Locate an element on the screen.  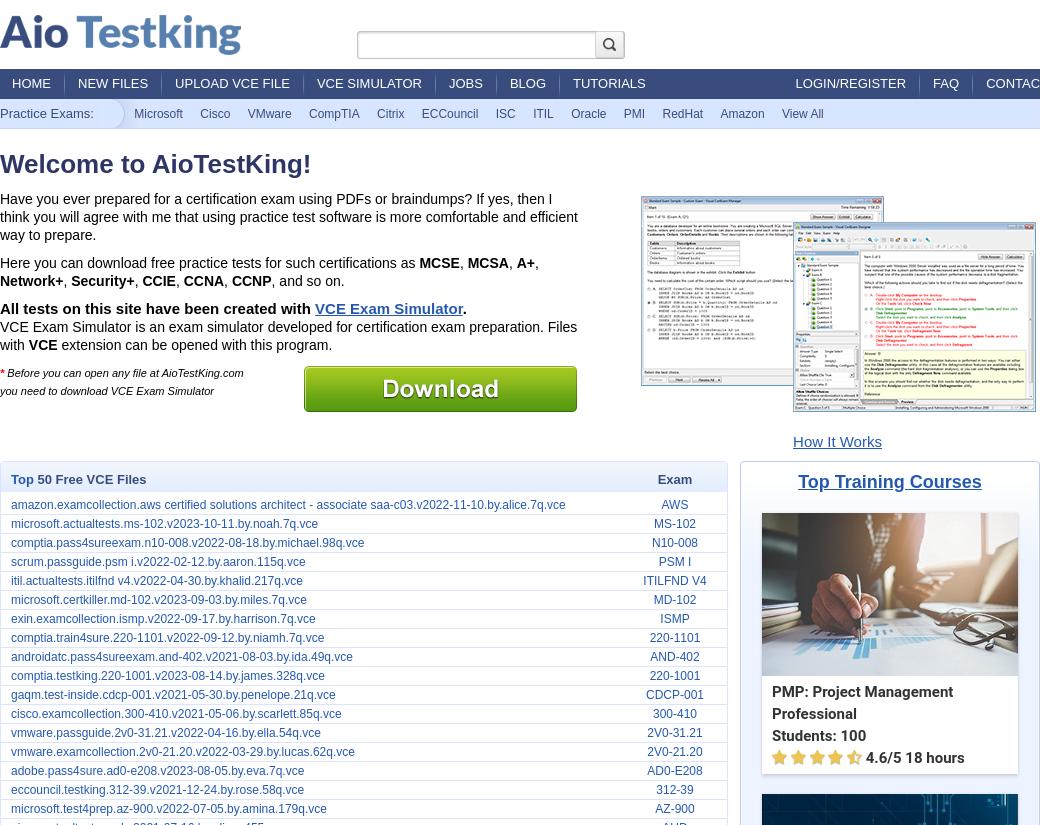
'PMI' is located at coordinates (633, 114).